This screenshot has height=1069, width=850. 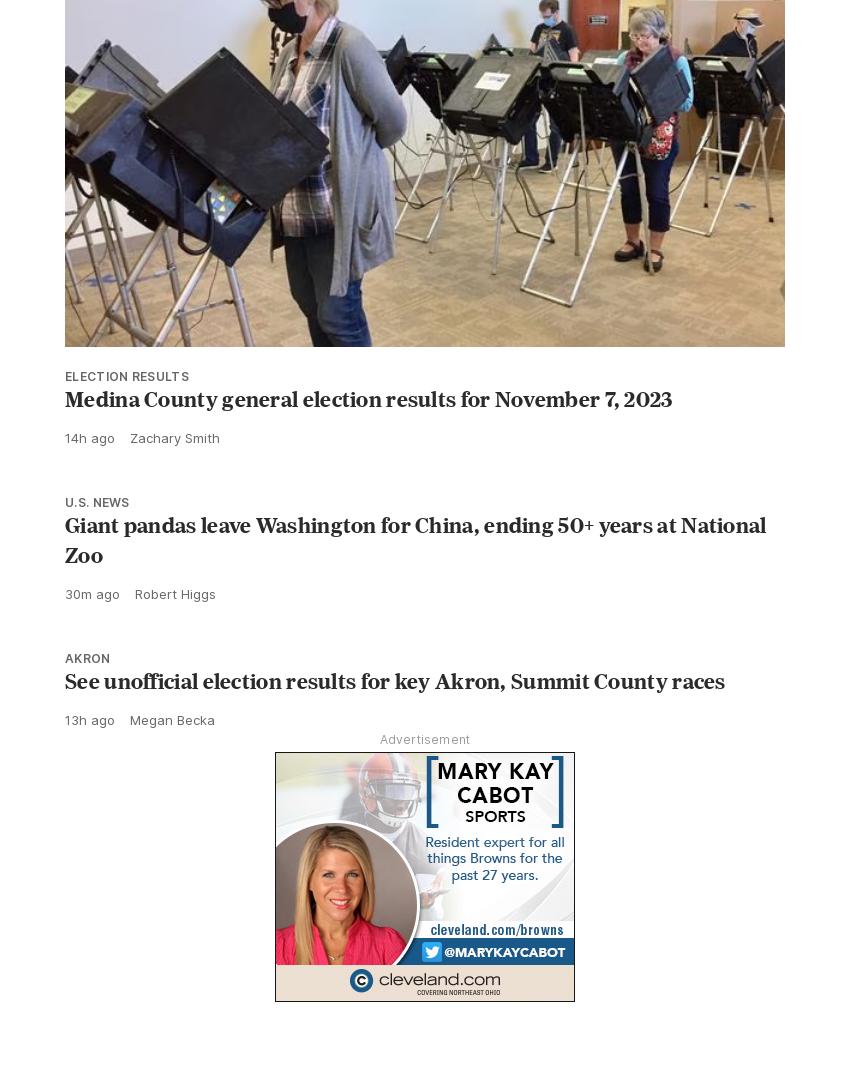 I want to click on 'See unofficial election results for key Akron, Summit County races', so click(x=394, y=679).